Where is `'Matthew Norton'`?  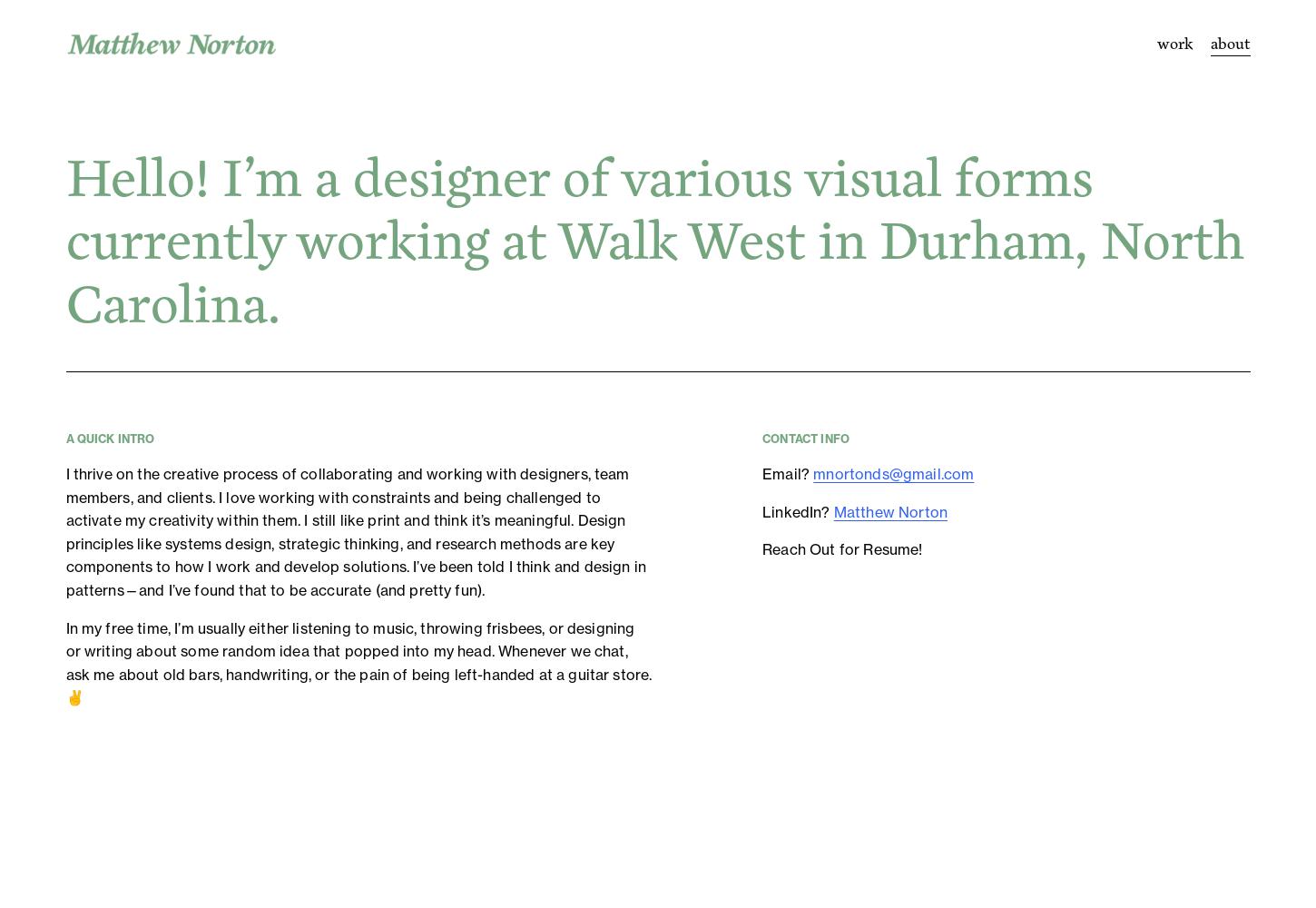
'Matthew Norton' is located at coordinates (890, 510).